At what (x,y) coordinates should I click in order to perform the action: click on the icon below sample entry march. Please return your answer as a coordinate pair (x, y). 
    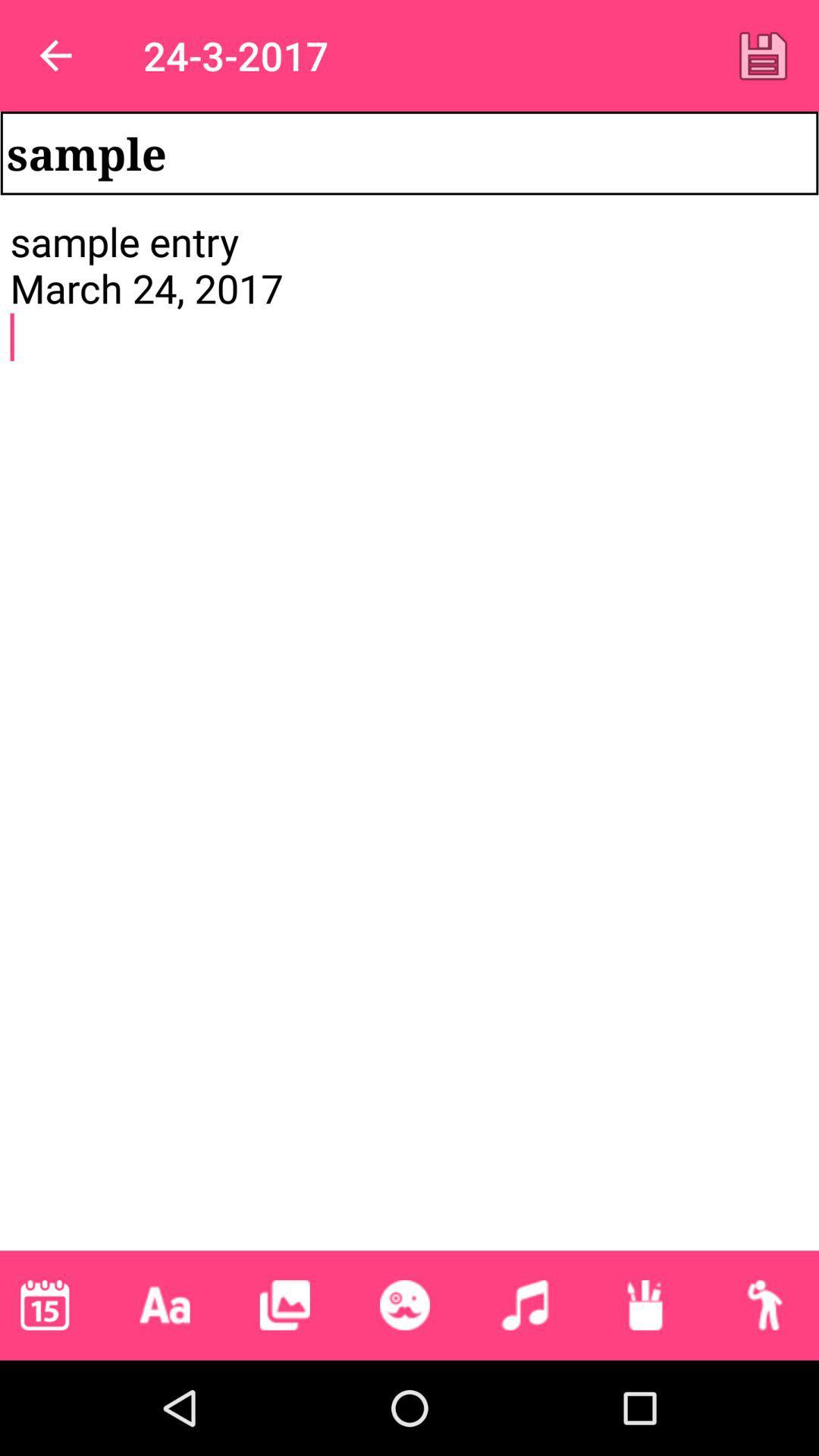
    Looking at the image, I should click on (764, 1304).